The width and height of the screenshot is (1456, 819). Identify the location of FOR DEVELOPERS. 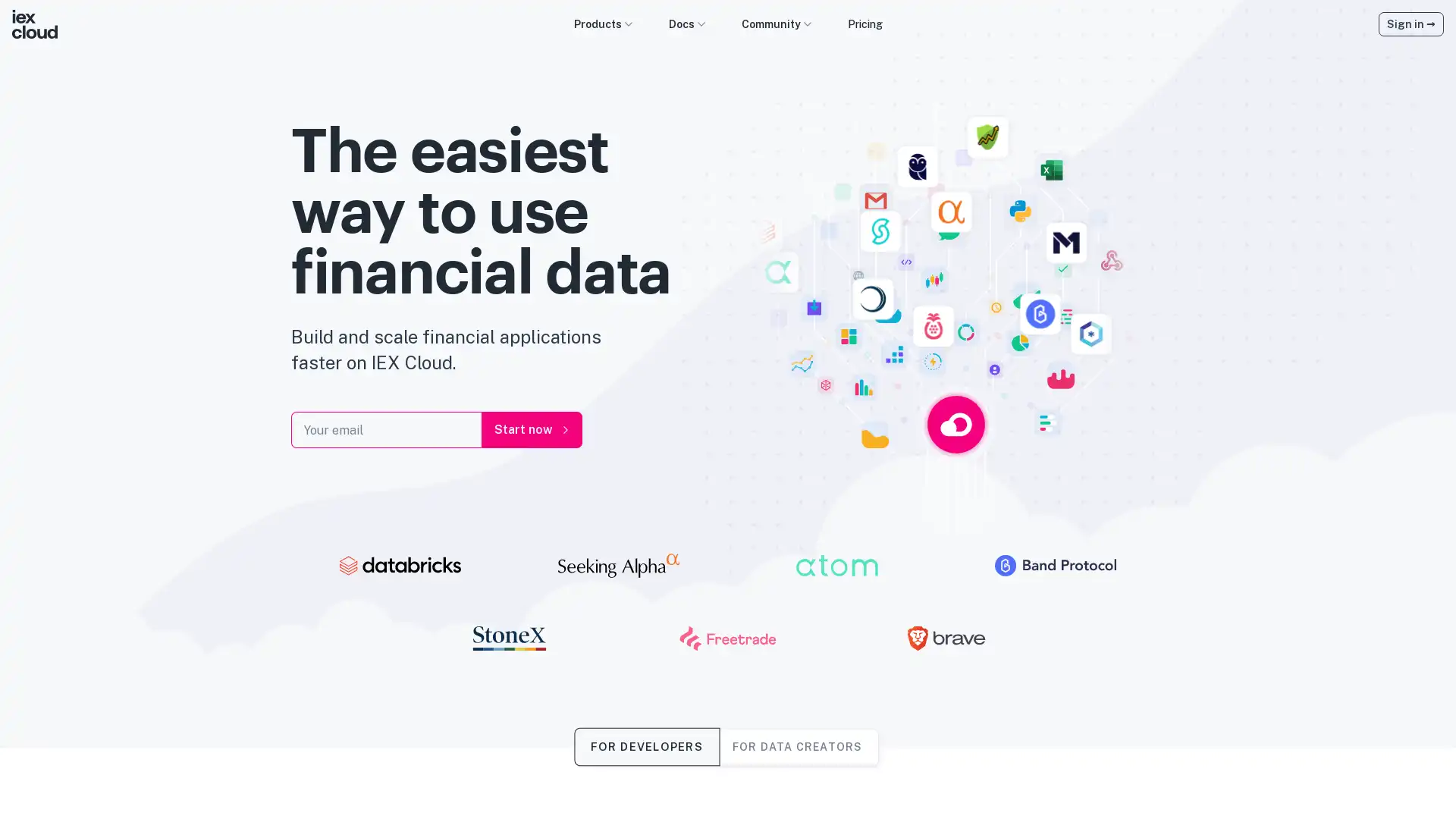
(646, 745).